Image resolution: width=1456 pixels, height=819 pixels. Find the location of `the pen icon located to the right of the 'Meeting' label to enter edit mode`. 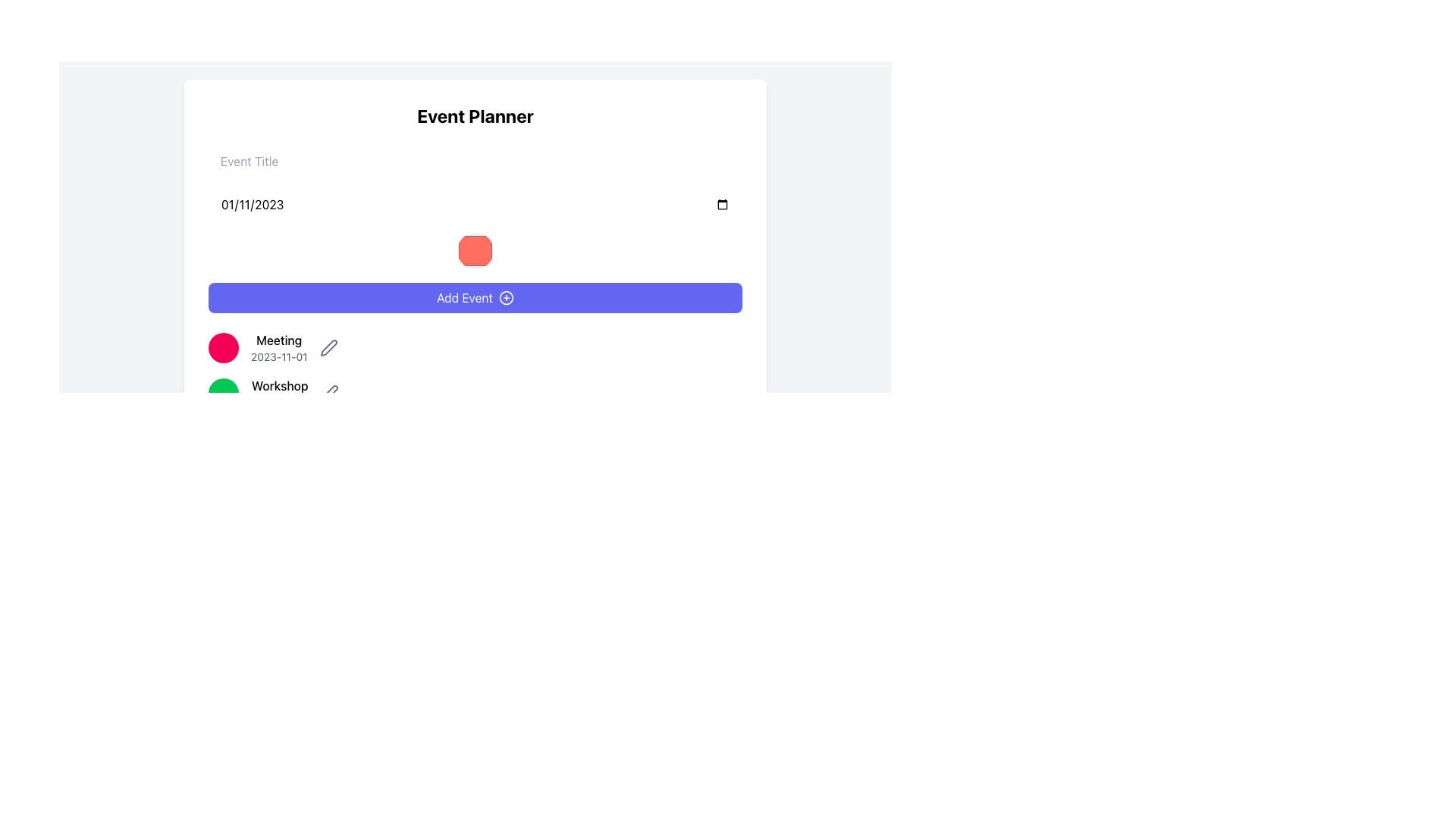

the pen icon located to the right of the 'Meeting' label to enter edit mode is located at coordinates (329, 393).